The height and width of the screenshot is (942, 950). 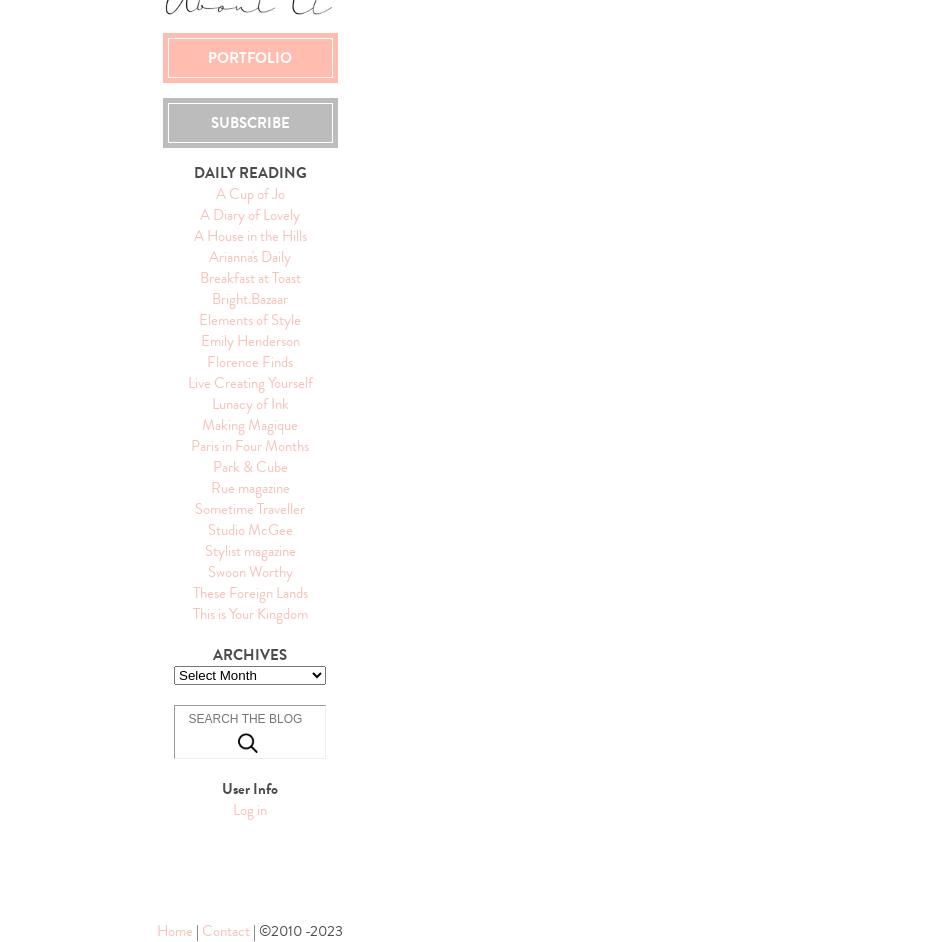 What do you see at coordinates (248, 383) in the screenshot?
I see `'Live Creating Yourself'` at bounding box center [248, 383].